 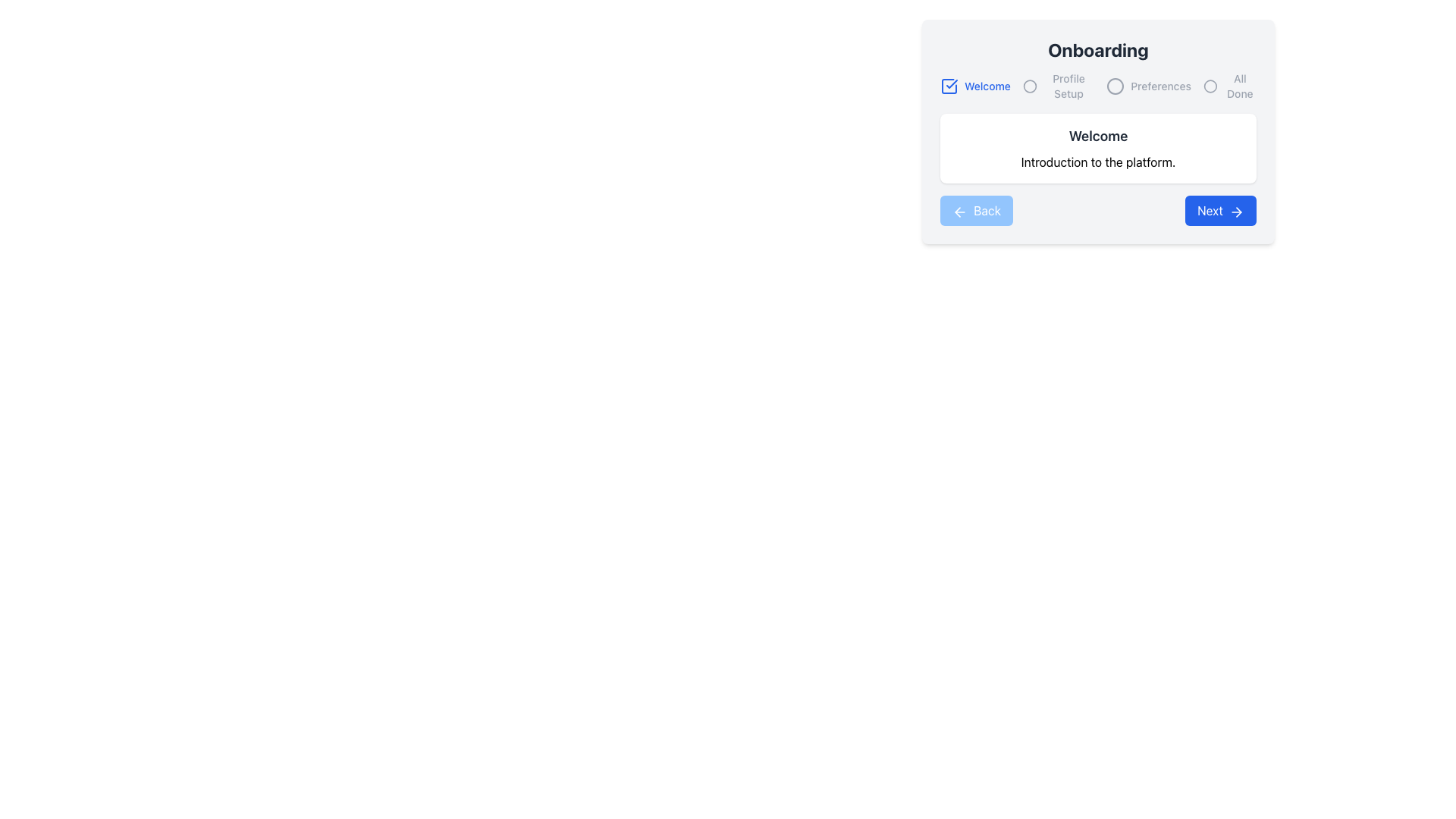 What do you see at coordinates (1116, 86) in the screenshot?
I see `the third circular progress indicator in the navigation bar` at bounding box center [1116, 86].